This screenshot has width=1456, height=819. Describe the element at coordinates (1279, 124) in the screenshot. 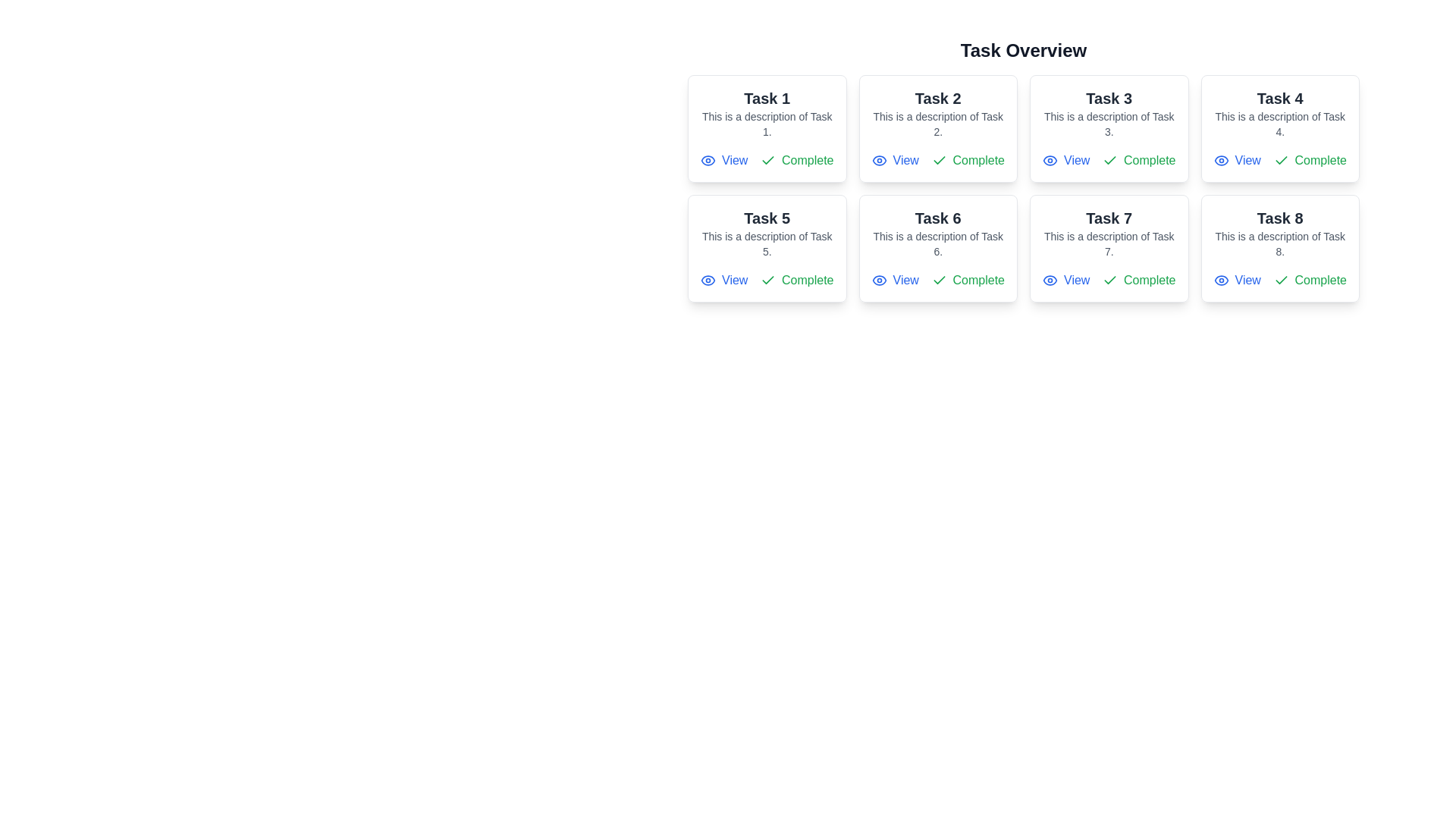

I see `the text element displaying the message 'This is a description of Task 4.' which is positioned below the heading 'Task 4' and above the elements labeled 'View' and 'Complete'` at that location.